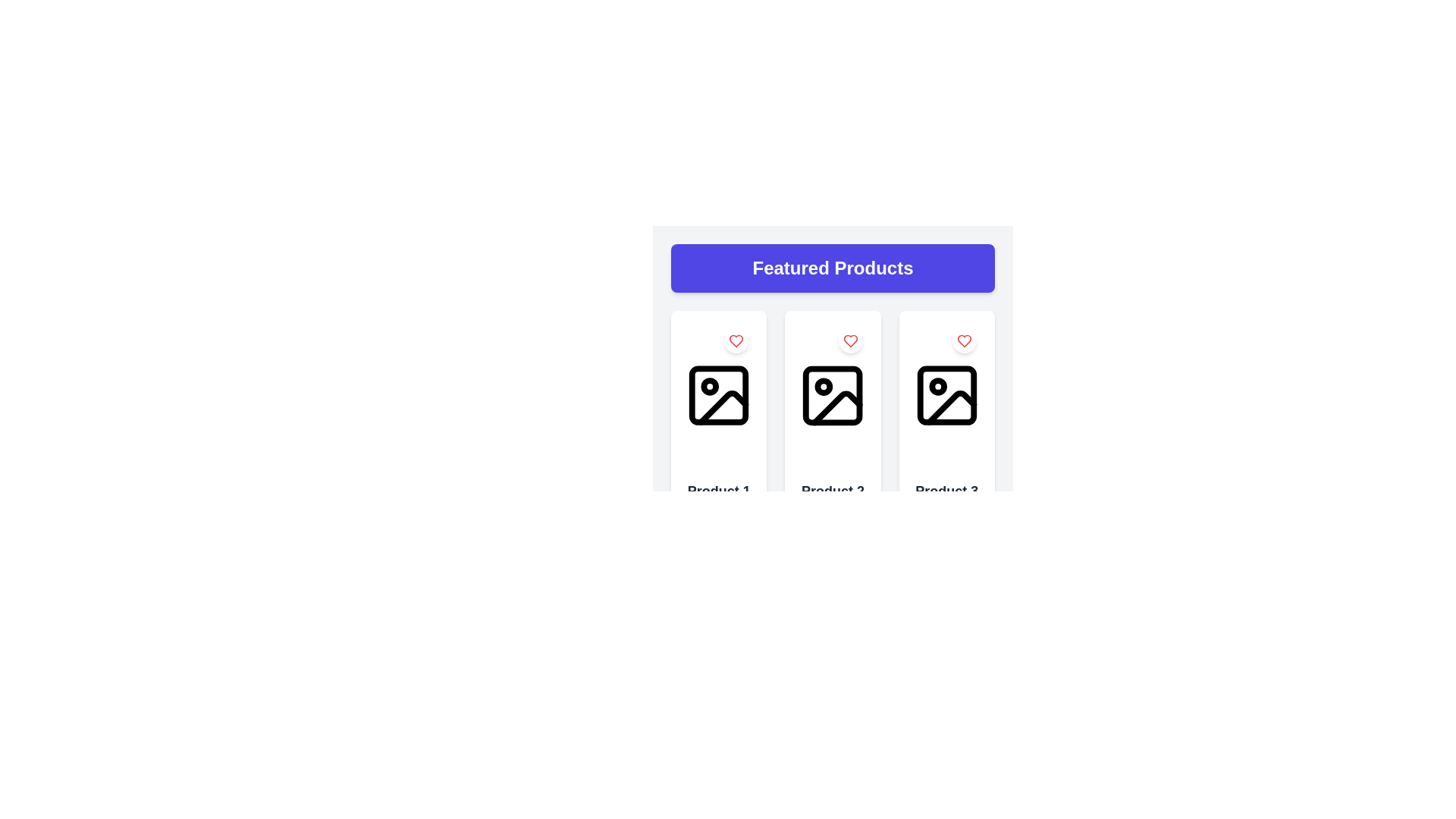 Image resolution: width=1456 pixels, height=819 pixels. I want to click on the Text Header element that serves as a title for the product section, clearly labeling the content below for users, so click(832, 268).